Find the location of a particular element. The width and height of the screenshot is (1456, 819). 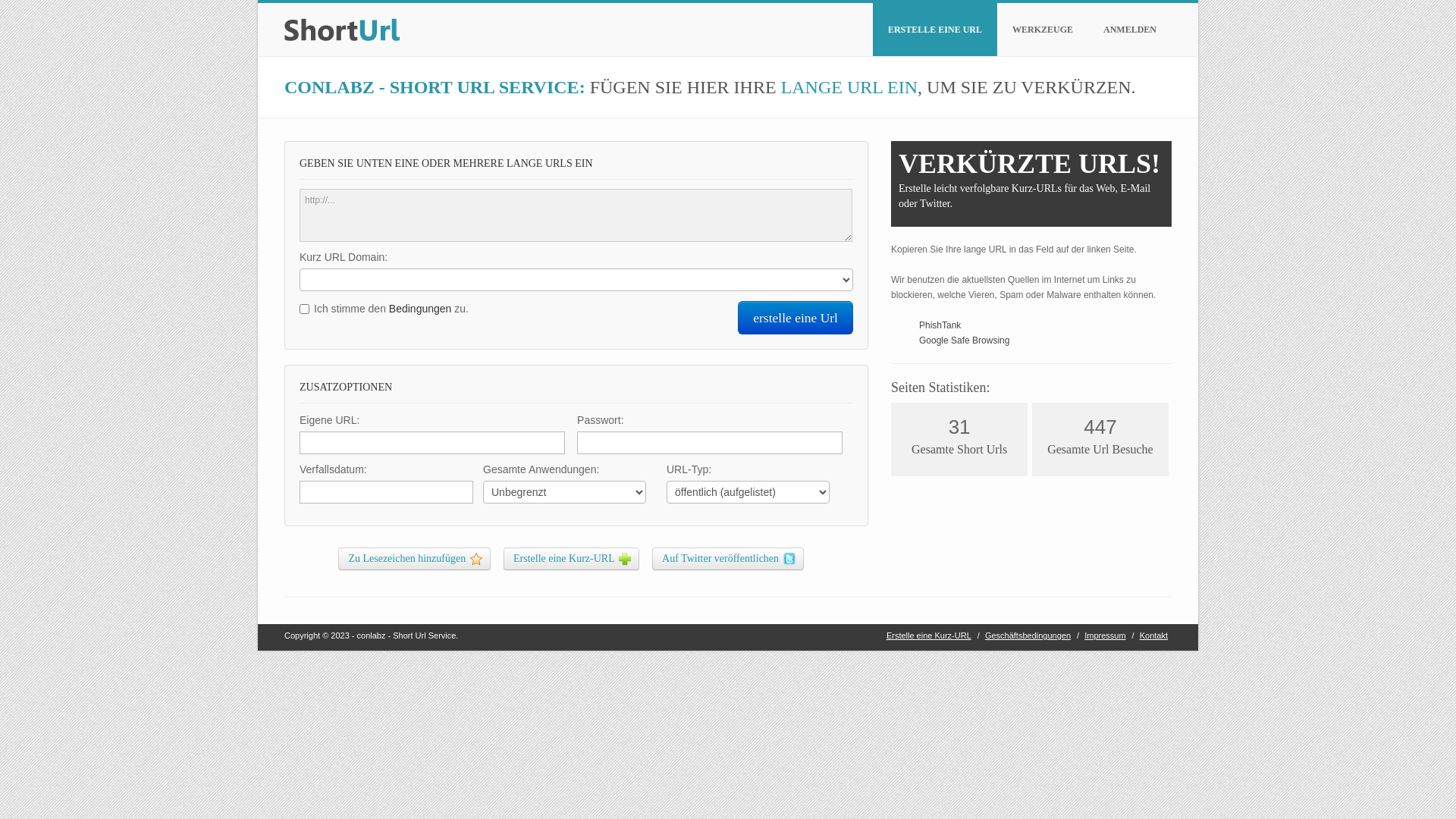

'Kontakt' is located at coordinates (1153, 634).